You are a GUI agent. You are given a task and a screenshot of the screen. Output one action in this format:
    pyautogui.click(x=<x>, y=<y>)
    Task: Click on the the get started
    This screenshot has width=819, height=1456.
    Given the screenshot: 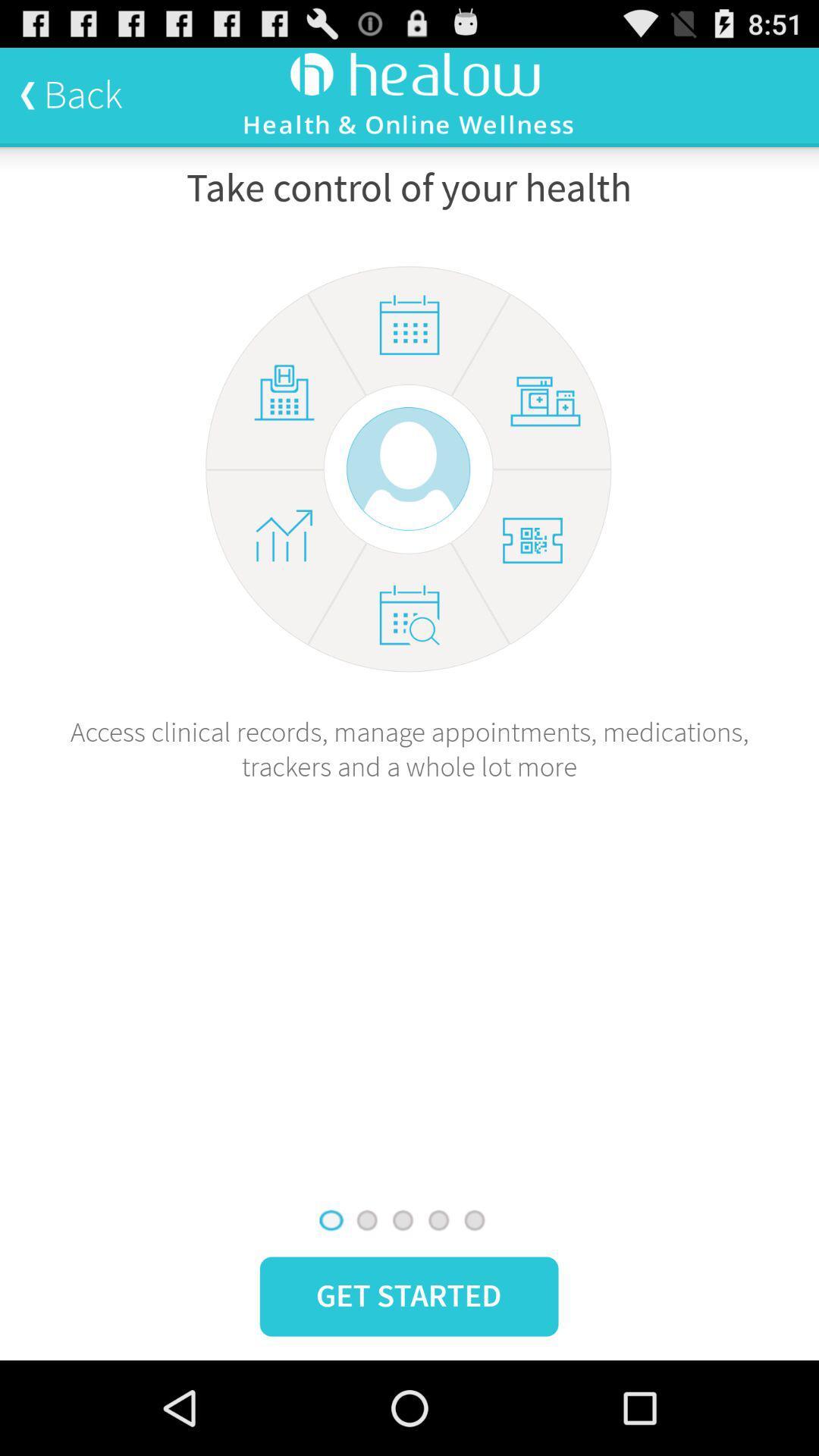 What is the action you would take?
    pyautogui.click(x=408, y=1295)
    